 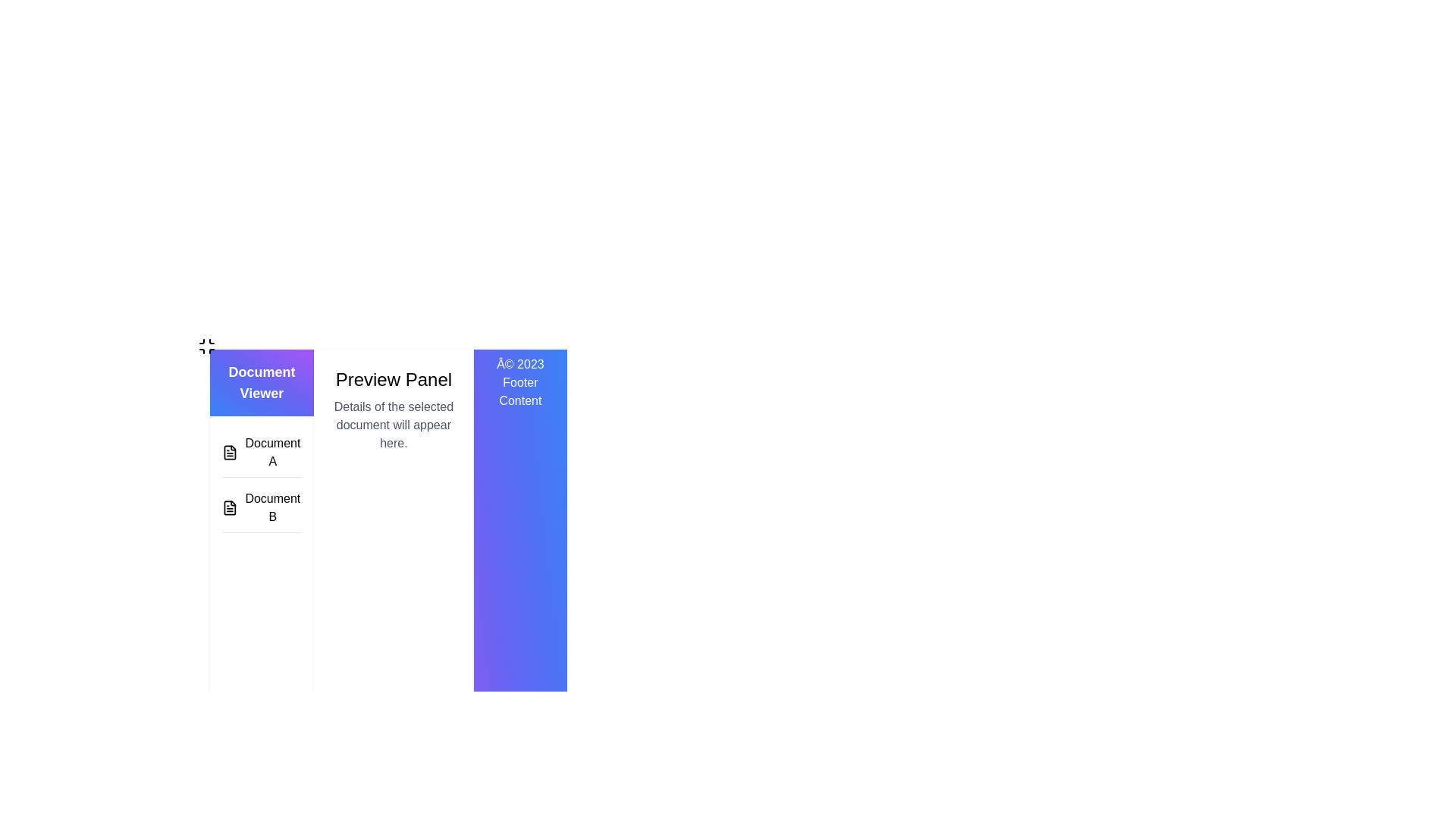 What do you see at coordinates (262, 452) in the screenshot?
I see `the first selectable menu item labeled 'Document A'` at bounding box center [262, 452].